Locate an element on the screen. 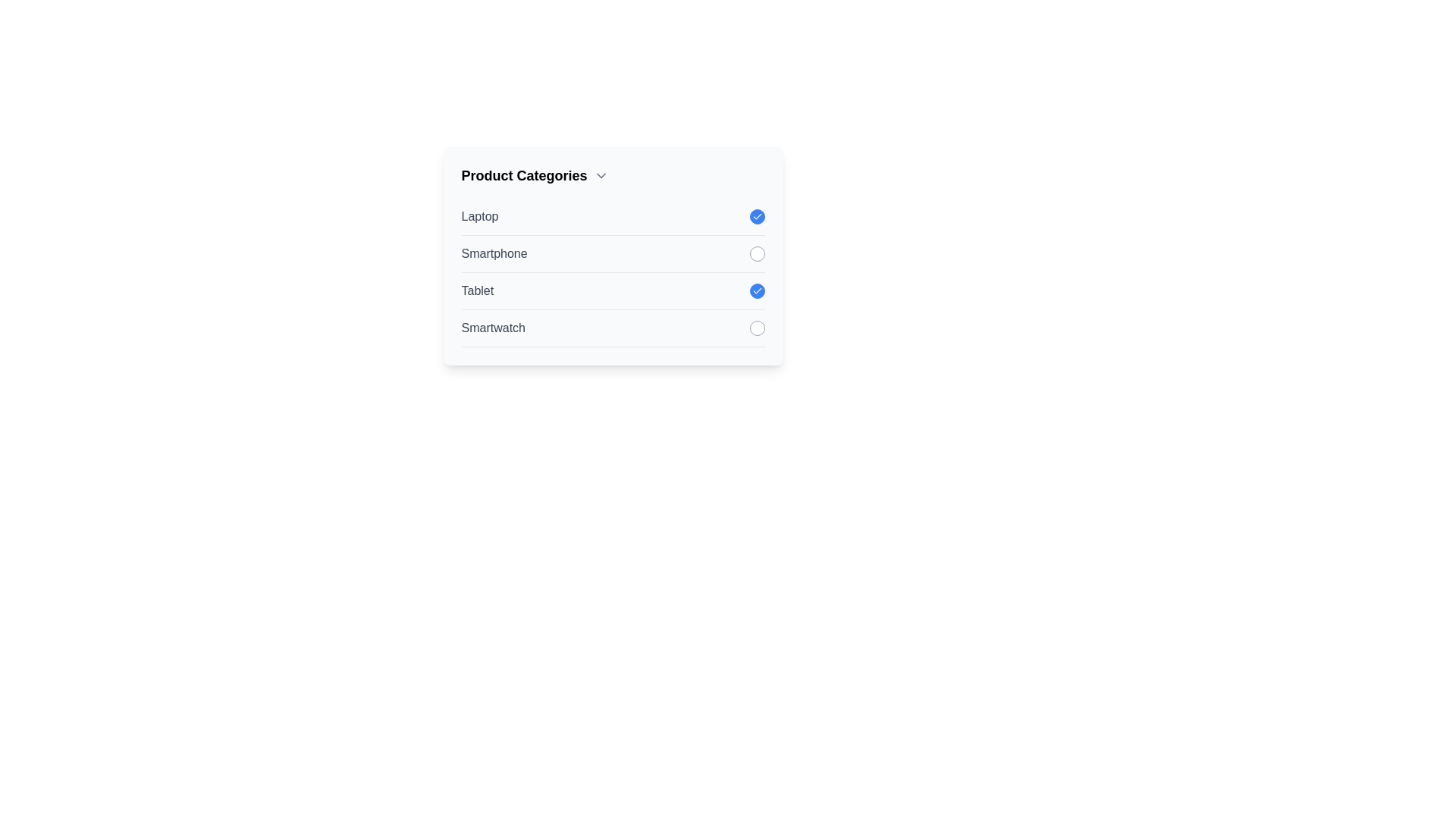  the item Laptop is located at coordinates (757, 216).